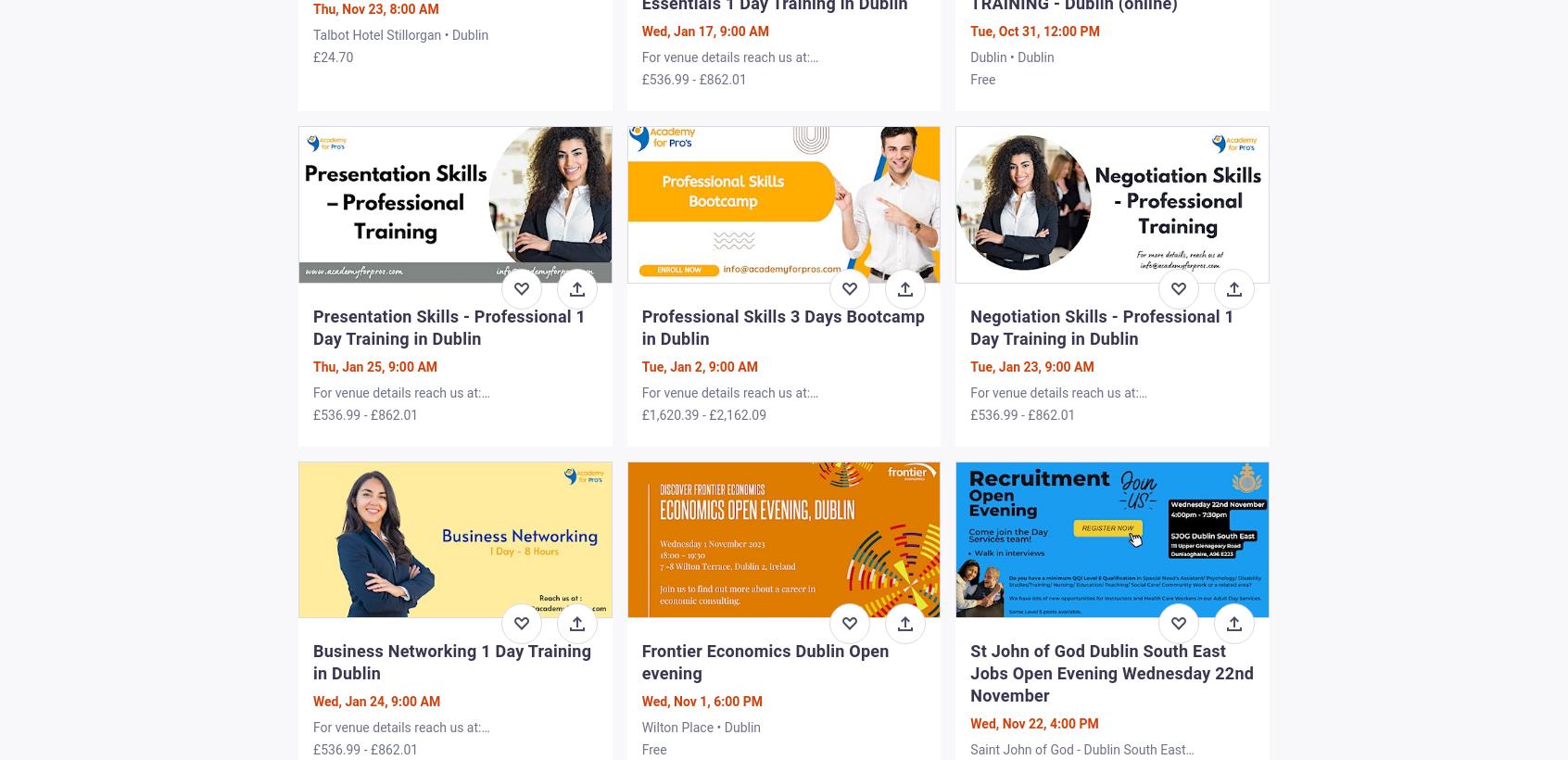 The width and height of the screenshot is (1568, 760). I want to click on 'Presentation Skills - Professional 1 Day Training in Dublin', so click(448, 325).